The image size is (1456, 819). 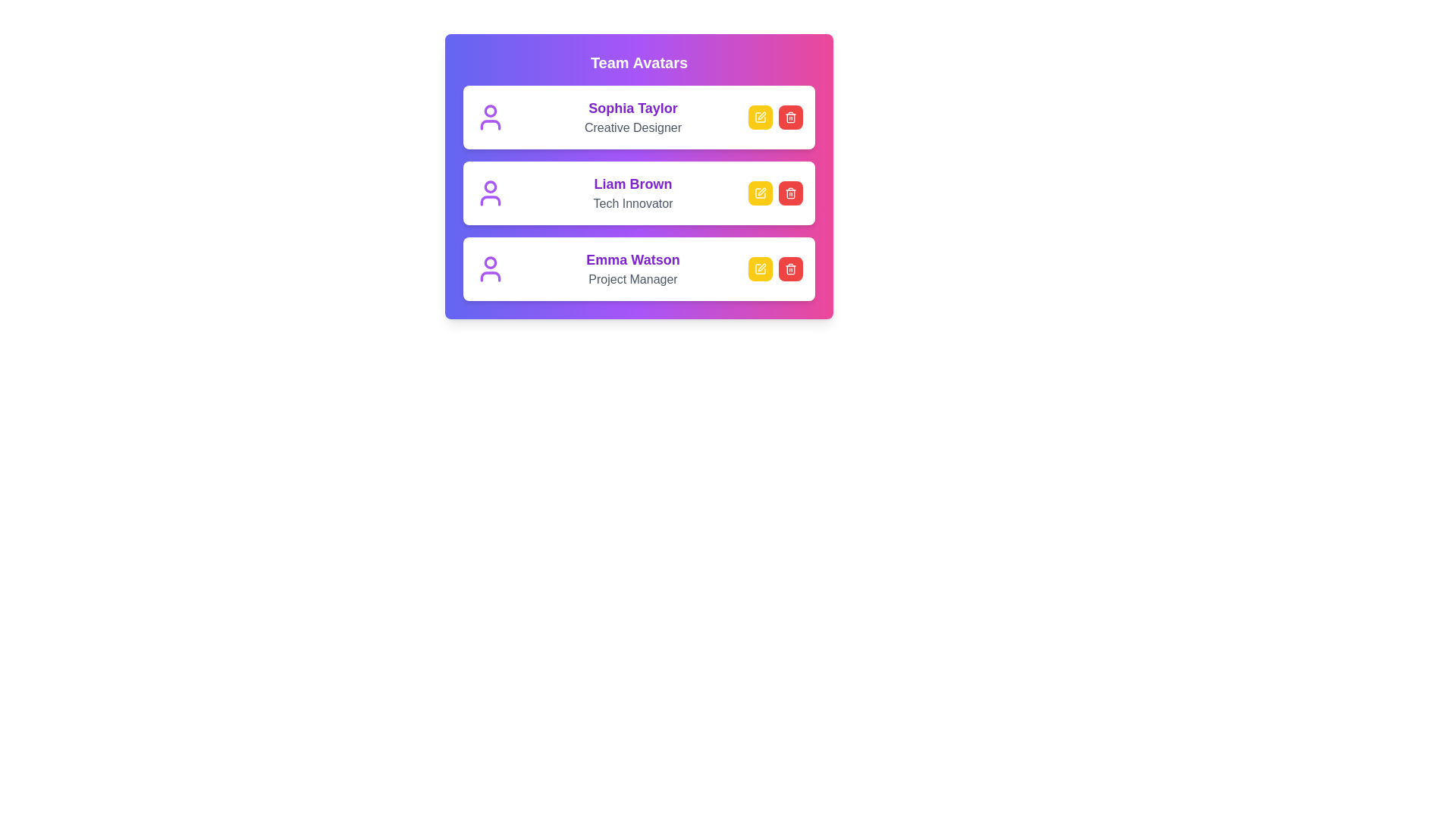 What do you see at coordinates (491, 268) in the screenshot?
I see `the circular user icon with a purple fill representing 'Emma Watson', located in the third row of team avatars` at bounding box center [491, 268].